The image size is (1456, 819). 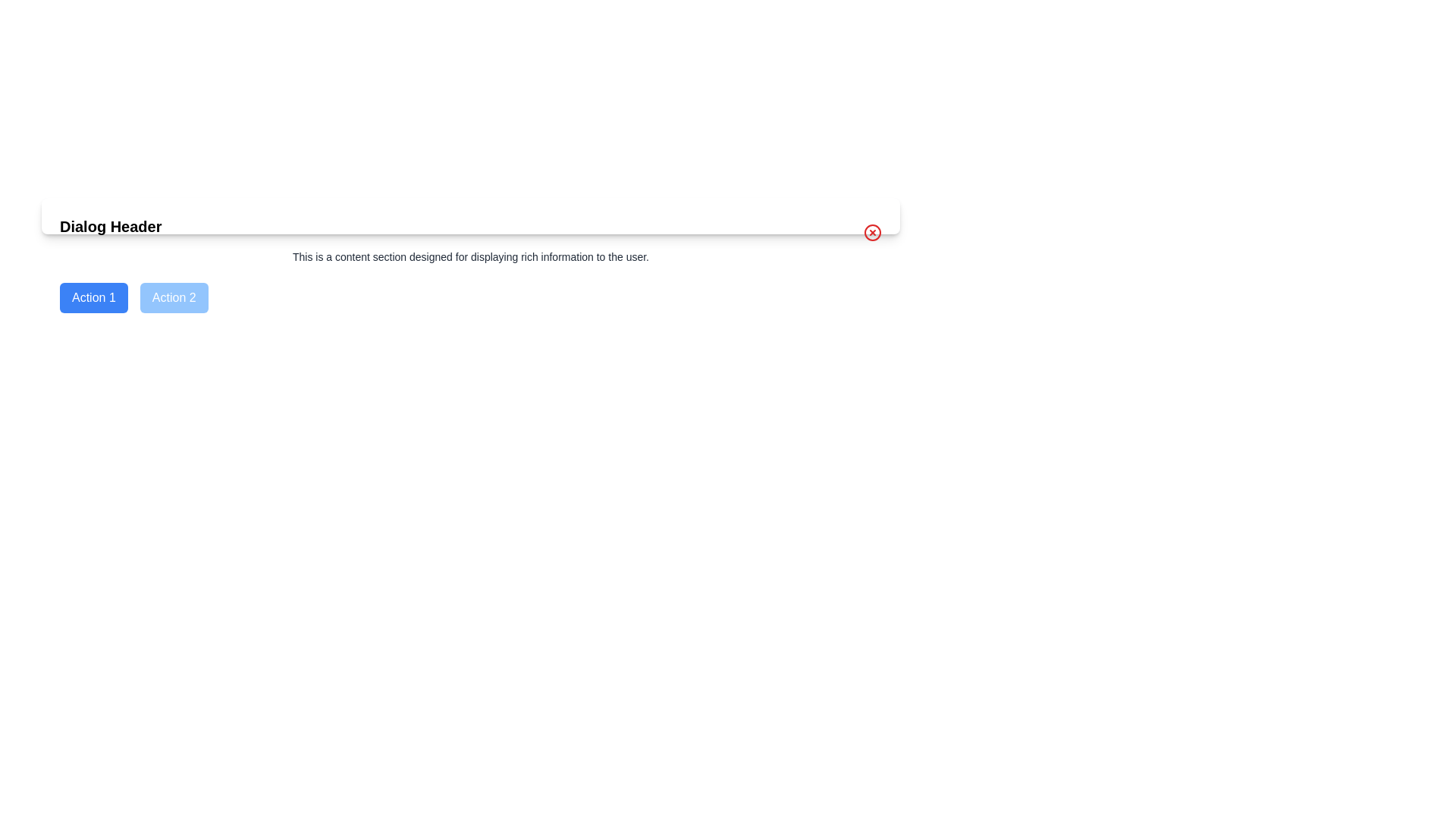 What do you see at coordinates (873, 233) in the screenshot?
I see `the close button located in the top-right corner of the dialog header section, which features an 'X' icon within a circular SVG graphical component` at bounding box center [873, 233].